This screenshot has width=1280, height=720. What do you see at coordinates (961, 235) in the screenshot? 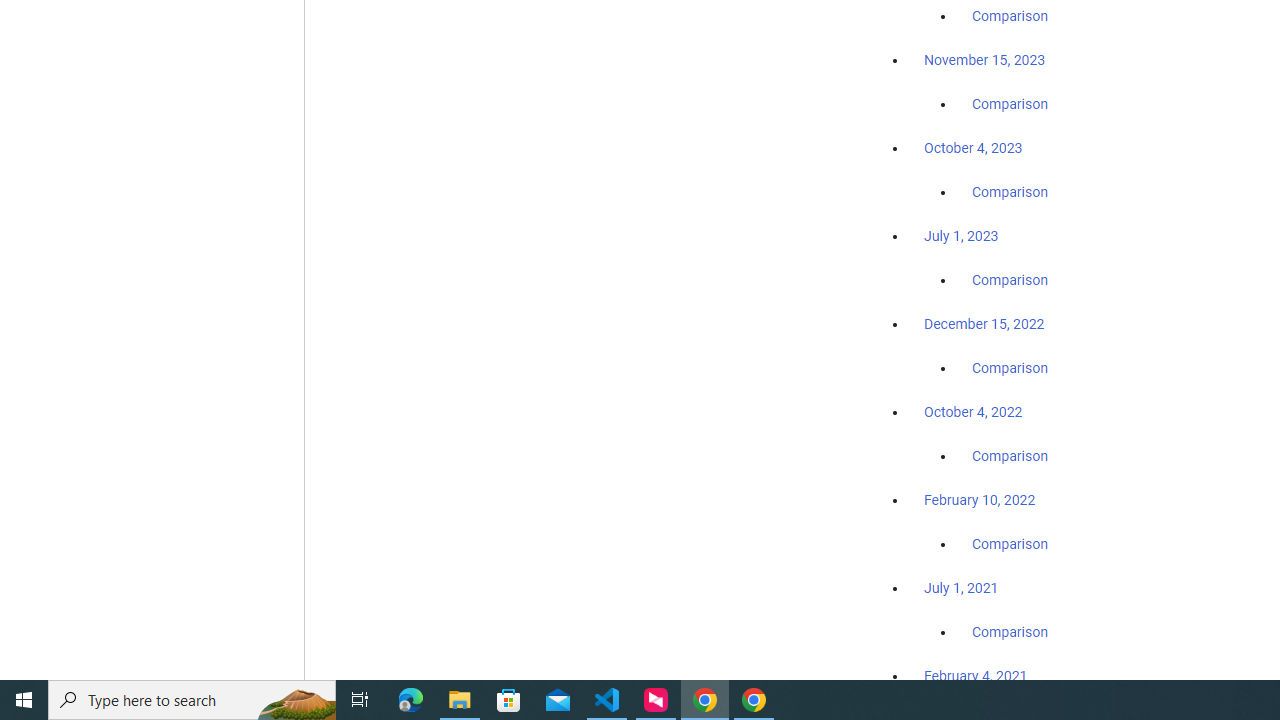
I see `'July 1, 2023'` at bounding box center [961, 235].